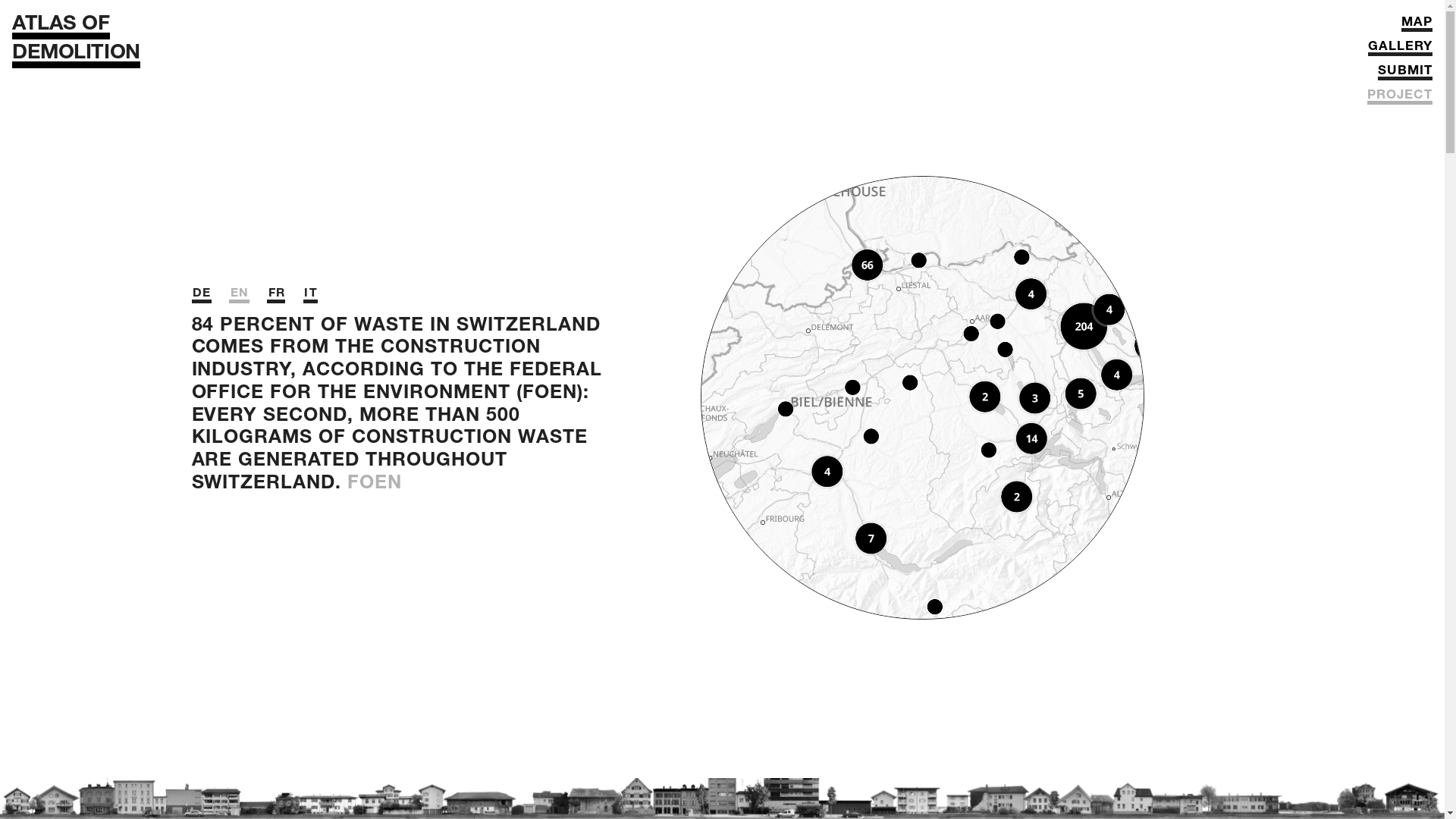 The width and height of the screenshot is (1456, 819). Describe the element at coordinates (1404, 74) in the screenshot. I see `'SUBMIT'` at that location.